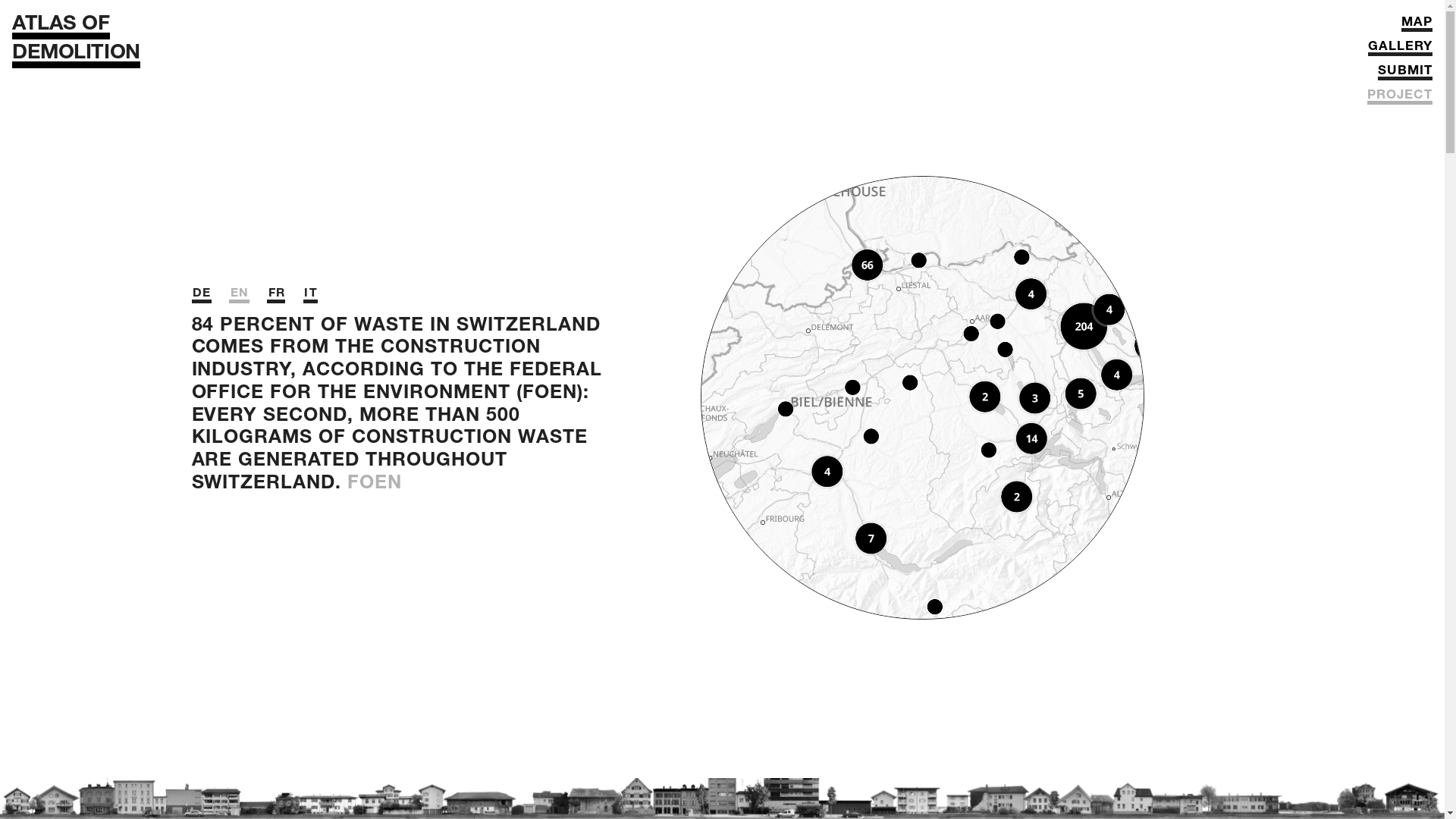 The width and height of the screenshot is (1456, 819). Describe the element at coordinates (1404, 74) in the screenshot. I see `'SUBMIT'` at that location.